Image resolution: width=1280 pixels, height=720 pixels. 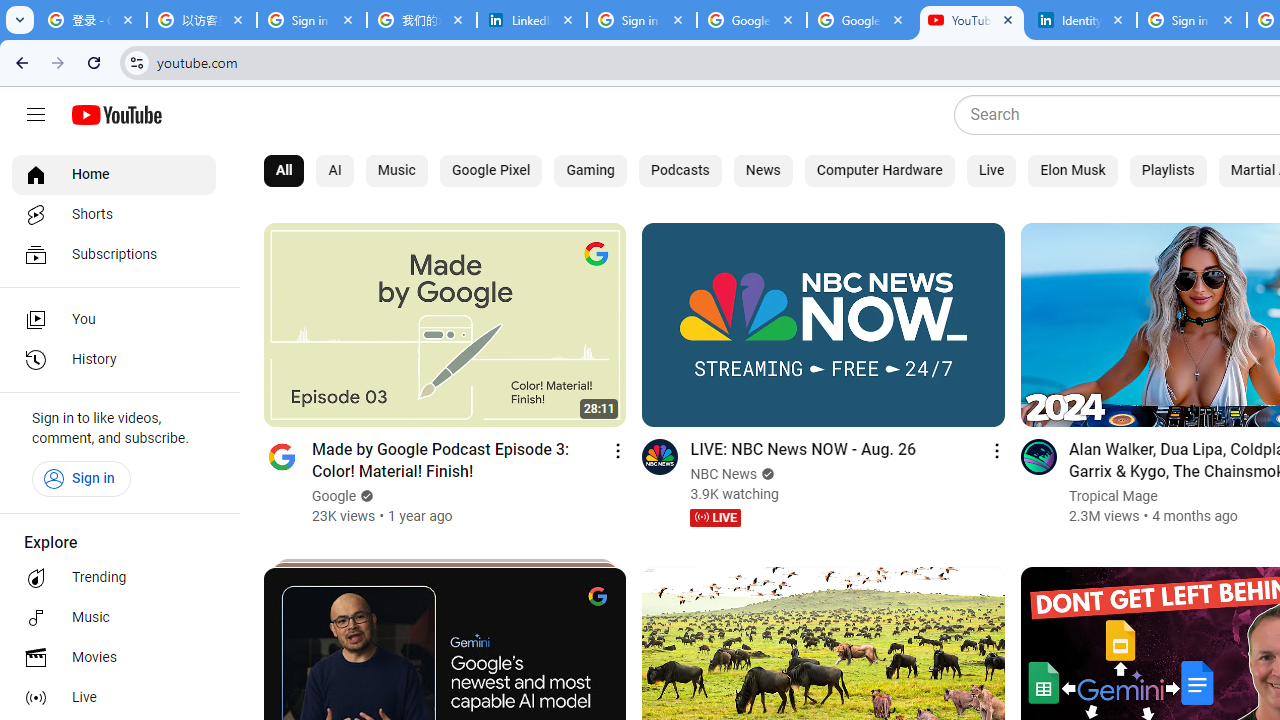 I want to click on 'Google Pixel', so click(x=490, y=170).